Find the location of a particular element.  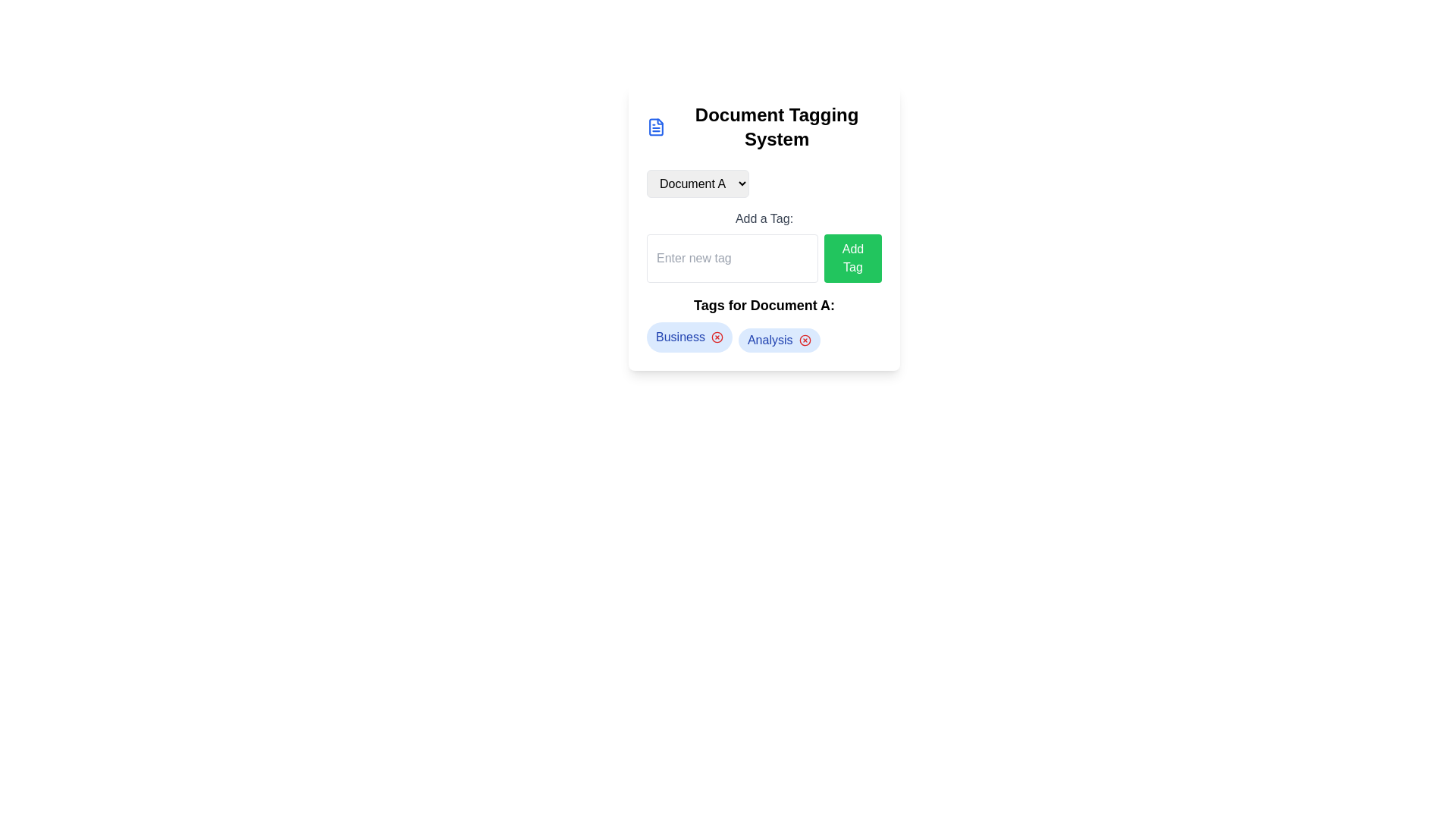

the blue file icon resembling a page with a folded corner, located to the left of the 'Document Tagging System' header is located at coordinates (656, 127).